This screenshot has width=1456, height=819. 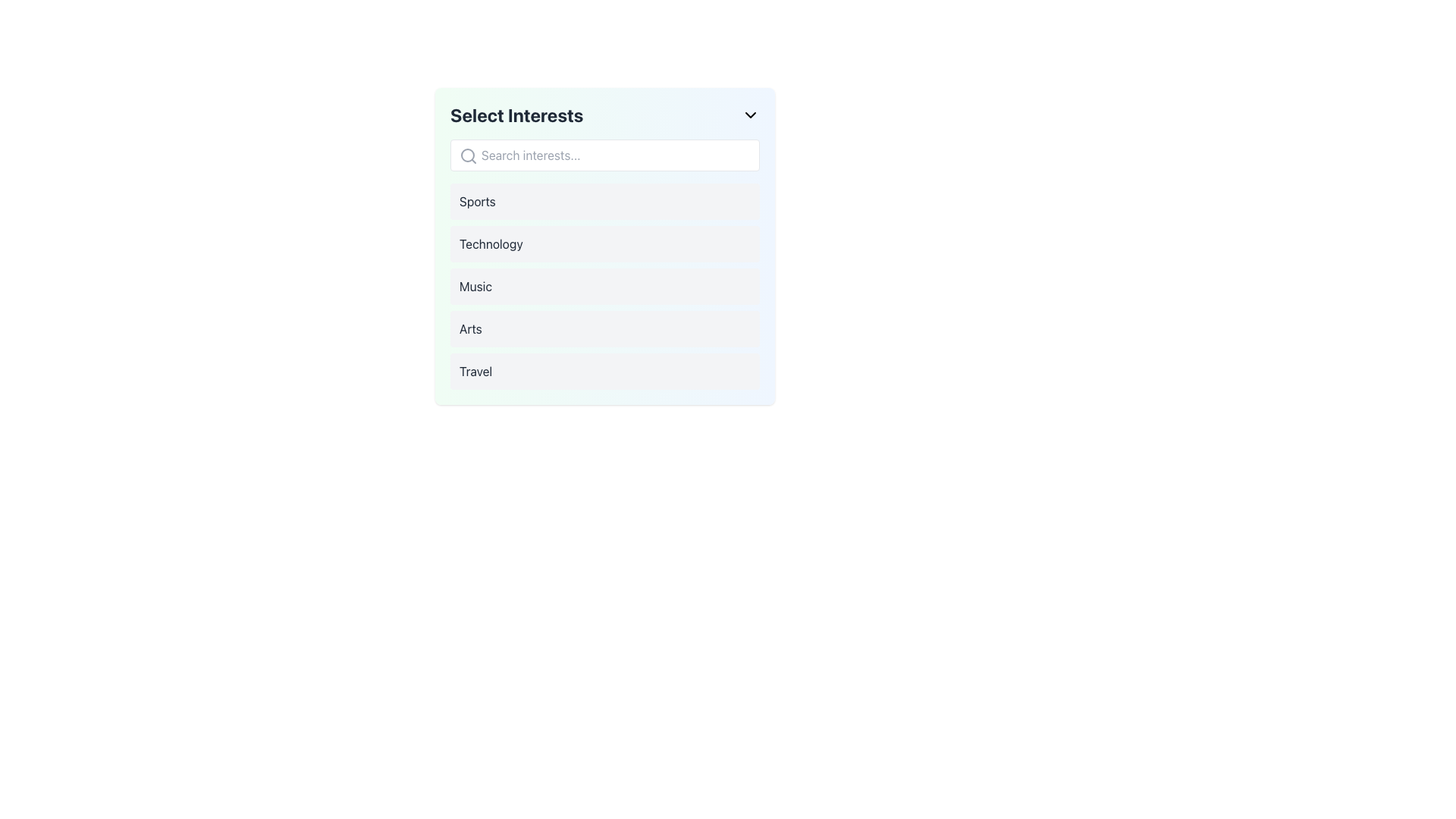 I want to click on the 'Arts' button, which is the fourth item in a vertical list of five buttons, so click(x=604, y=328).